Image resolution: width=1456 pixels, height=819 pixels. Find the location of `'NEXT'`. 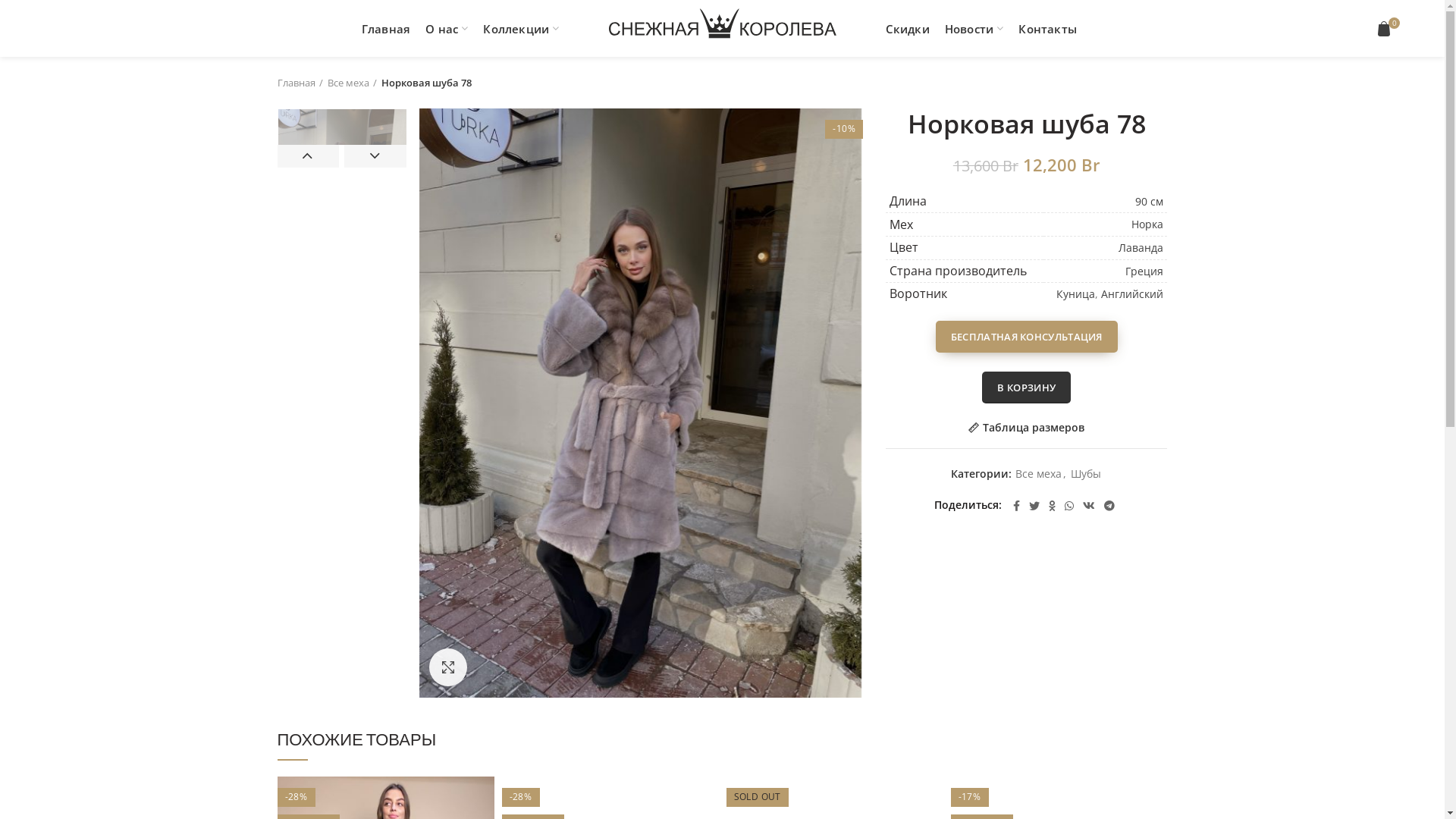

'NEXT' is located at coordinates (375, 155).